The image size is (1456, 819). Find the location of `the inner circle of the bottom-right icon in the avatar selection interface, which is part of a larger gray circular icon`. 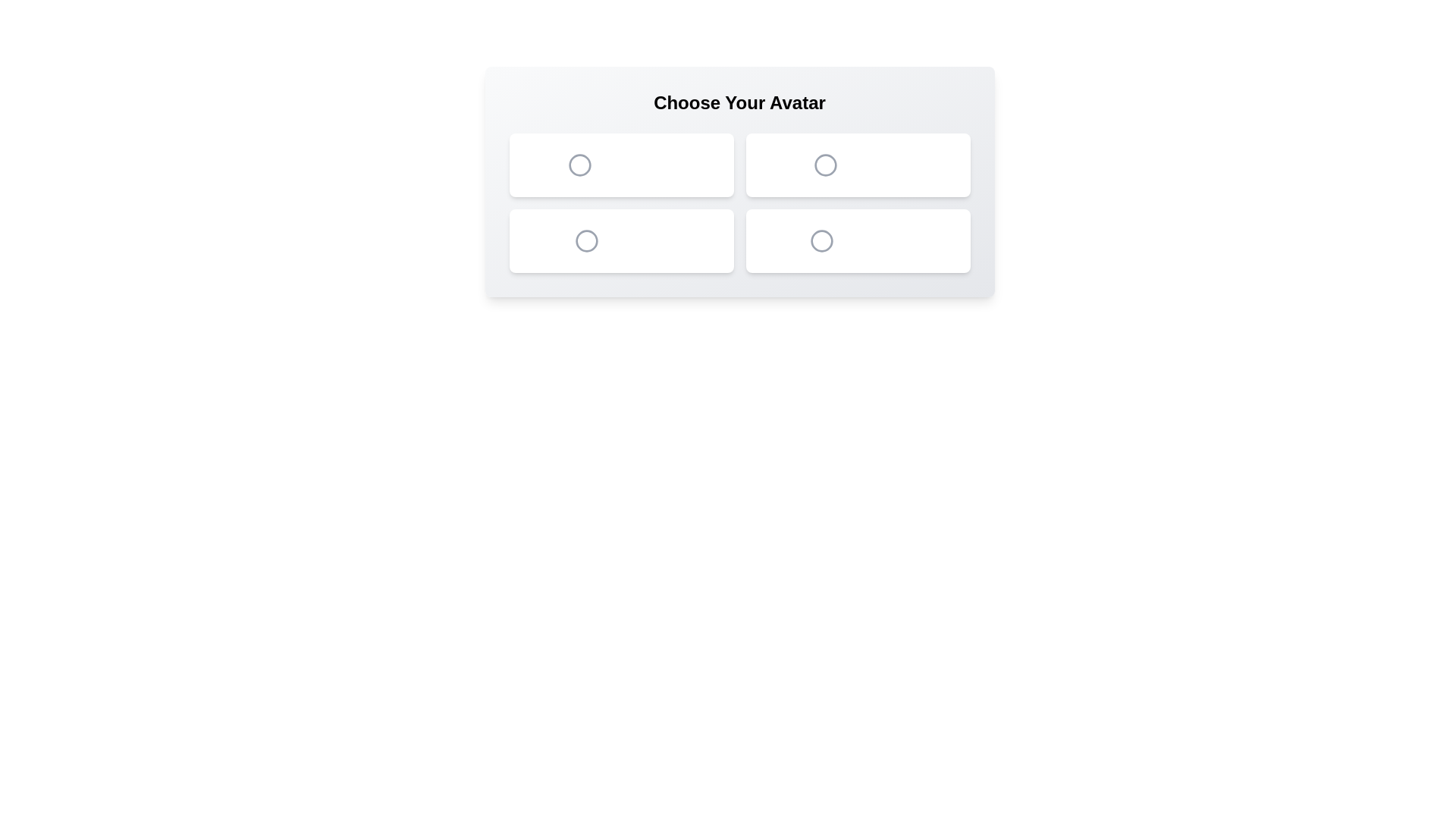

the inner circle of the bottom-right icon in the avatar selection interface, which is part of a larger gray circular icon is located at coordinates (821, 240).